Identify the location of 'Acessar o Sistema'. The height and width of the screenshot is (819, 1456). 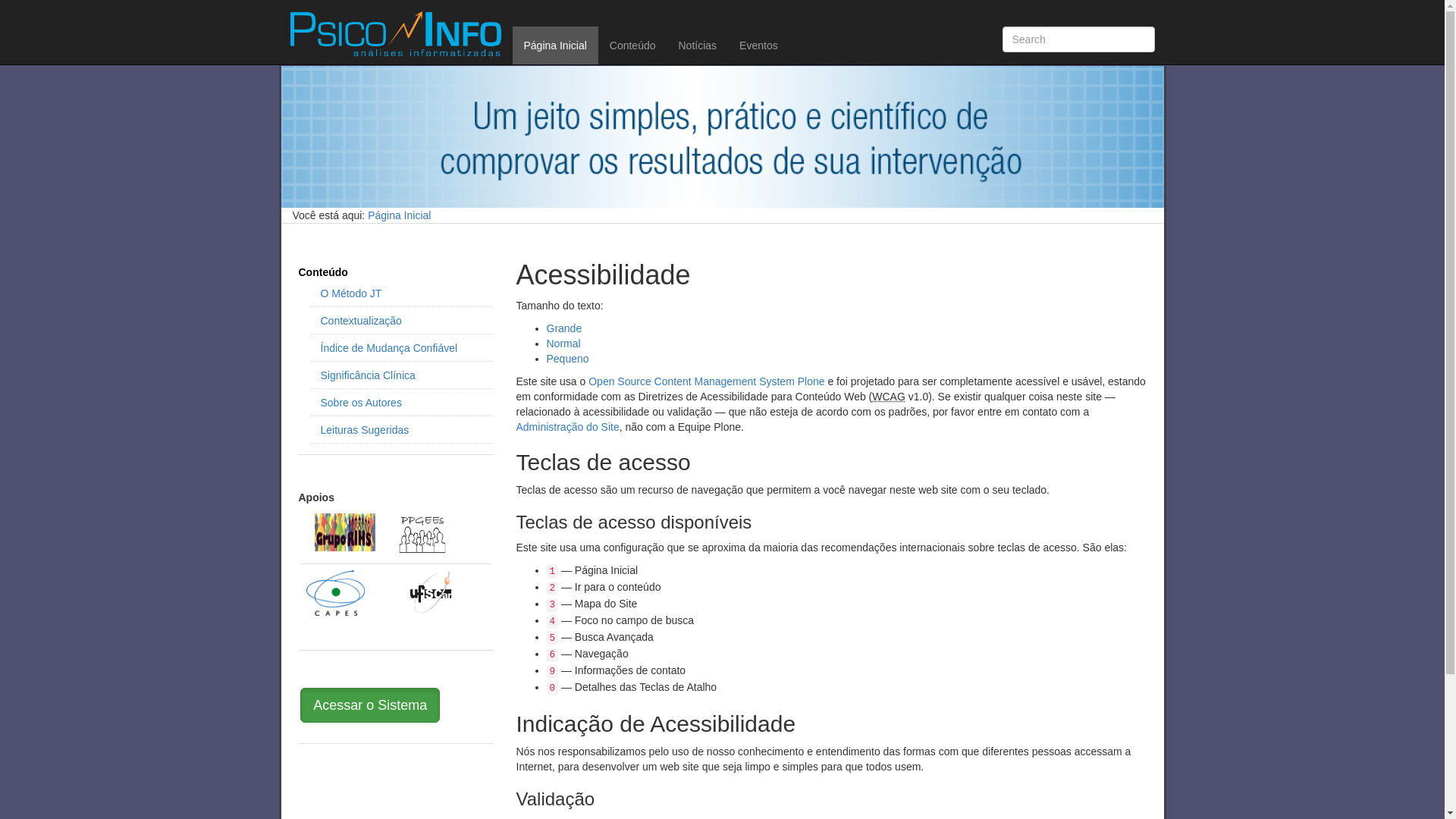
(300, 704).